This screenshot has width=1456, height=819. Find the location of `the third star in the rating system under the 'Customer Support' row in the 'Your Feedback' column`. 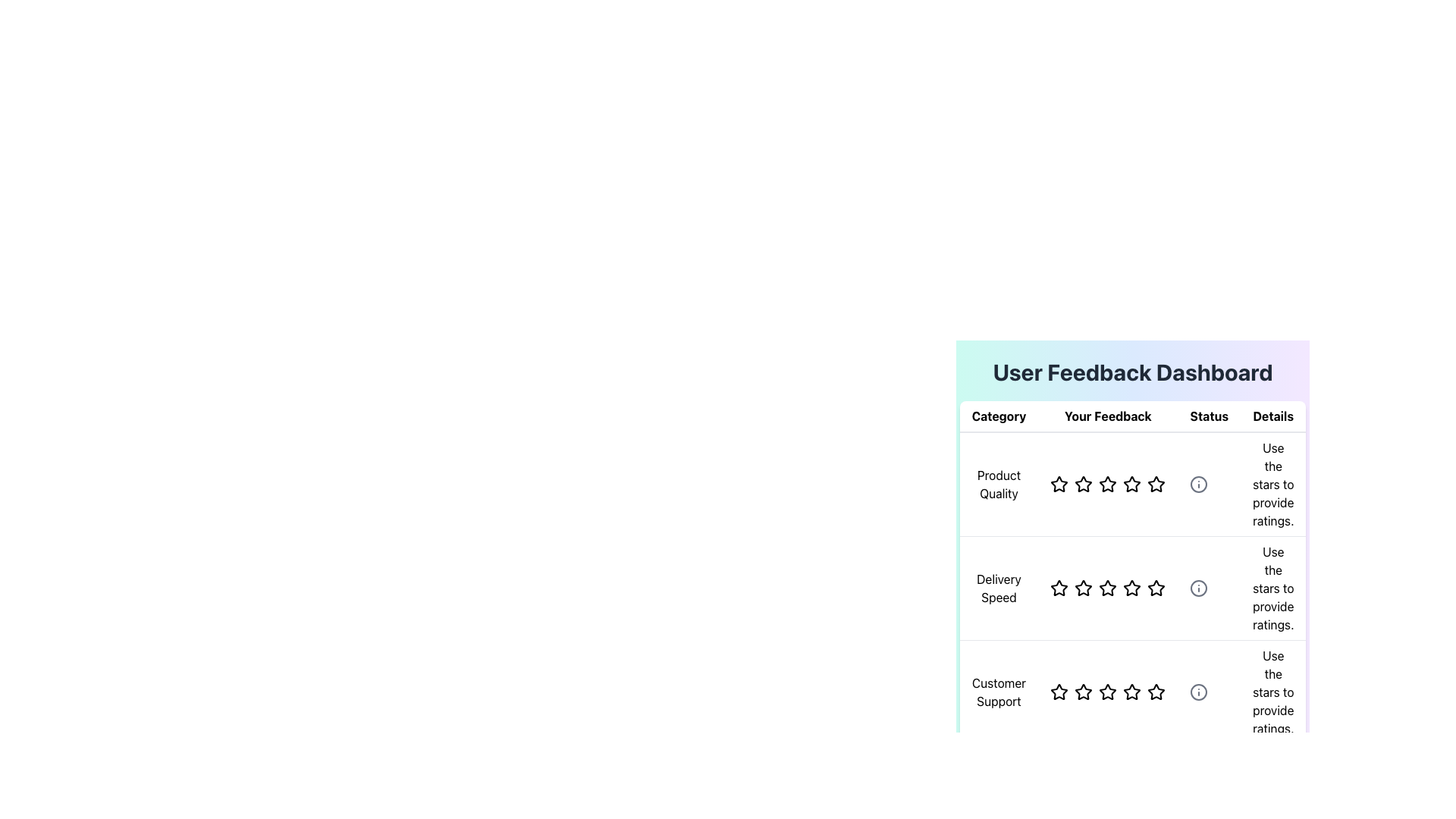

the third star in the rating system under the 'Customer Support' row in the 'Your Feedback' column is located at coordinates (1108, 692).